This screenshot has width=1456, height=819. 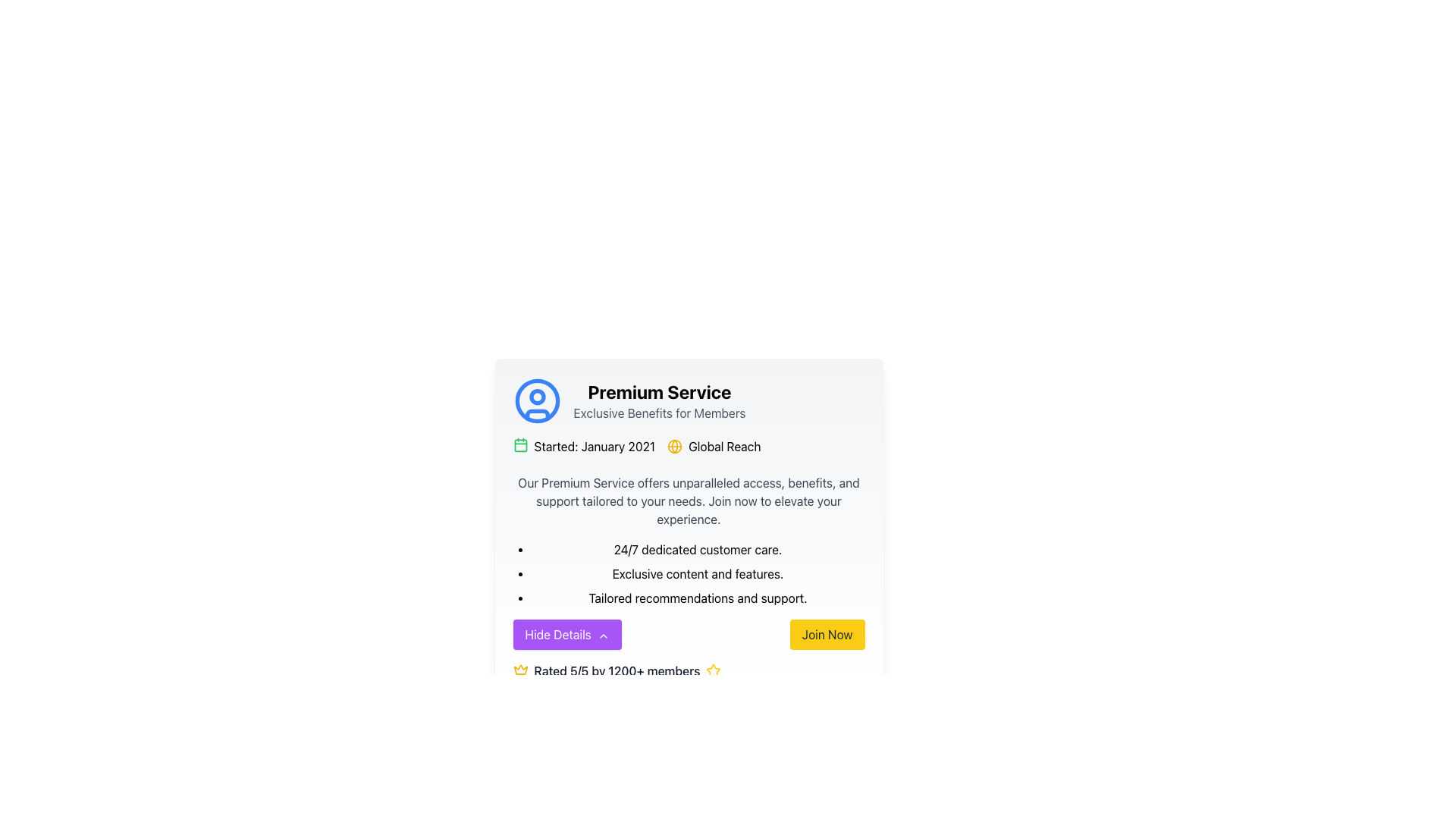 What do you see at coordinates (697, 550) in the screenshot?
I see `the first item in the bullet-point list that conveys information about a service feature, located in the central panel of the interface` at bounding box center [697, 550].